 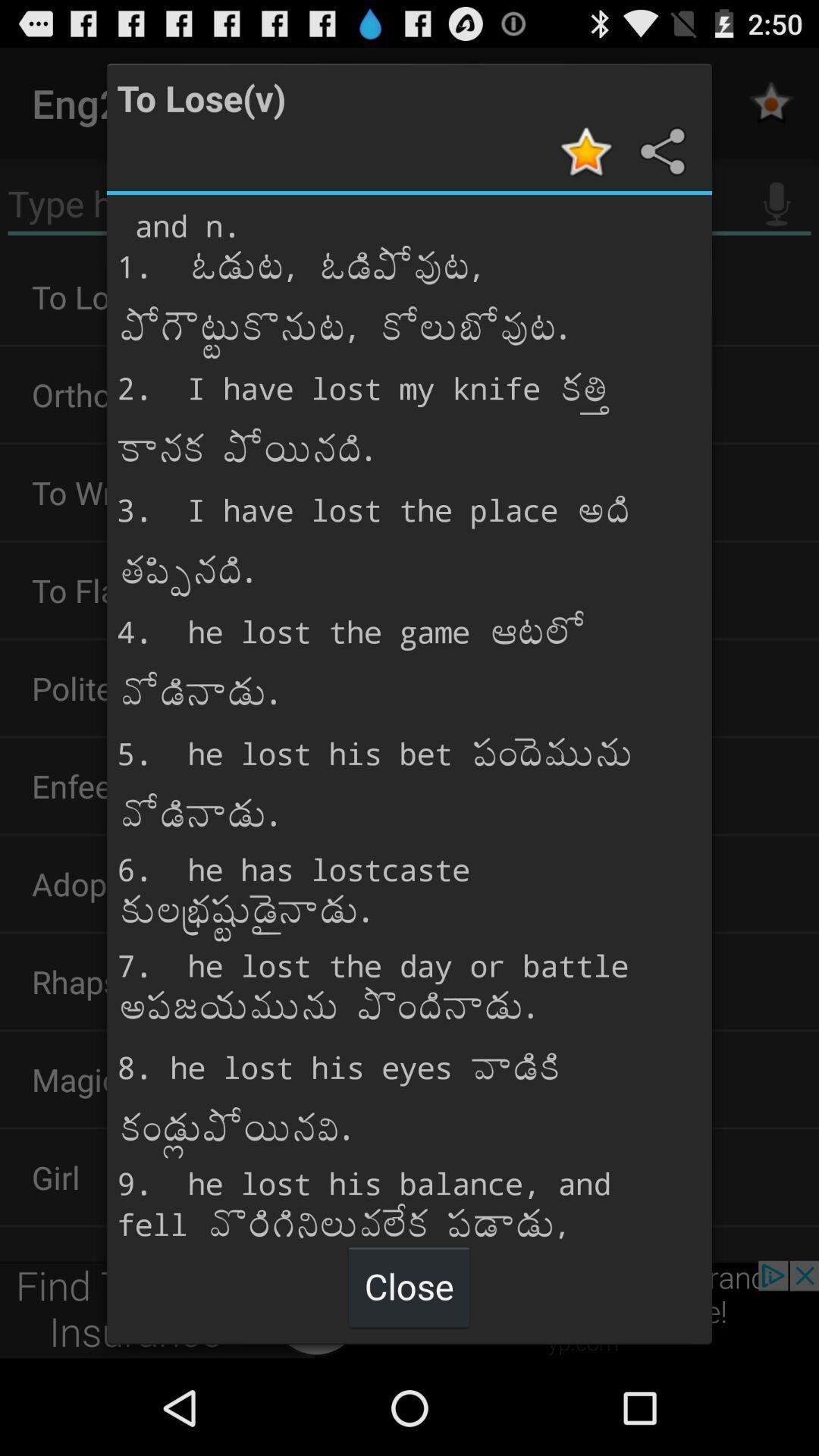 What do you see at coordinates (588, 151) in the screenshot?
I see `the article` at bounding box center [588, 151].